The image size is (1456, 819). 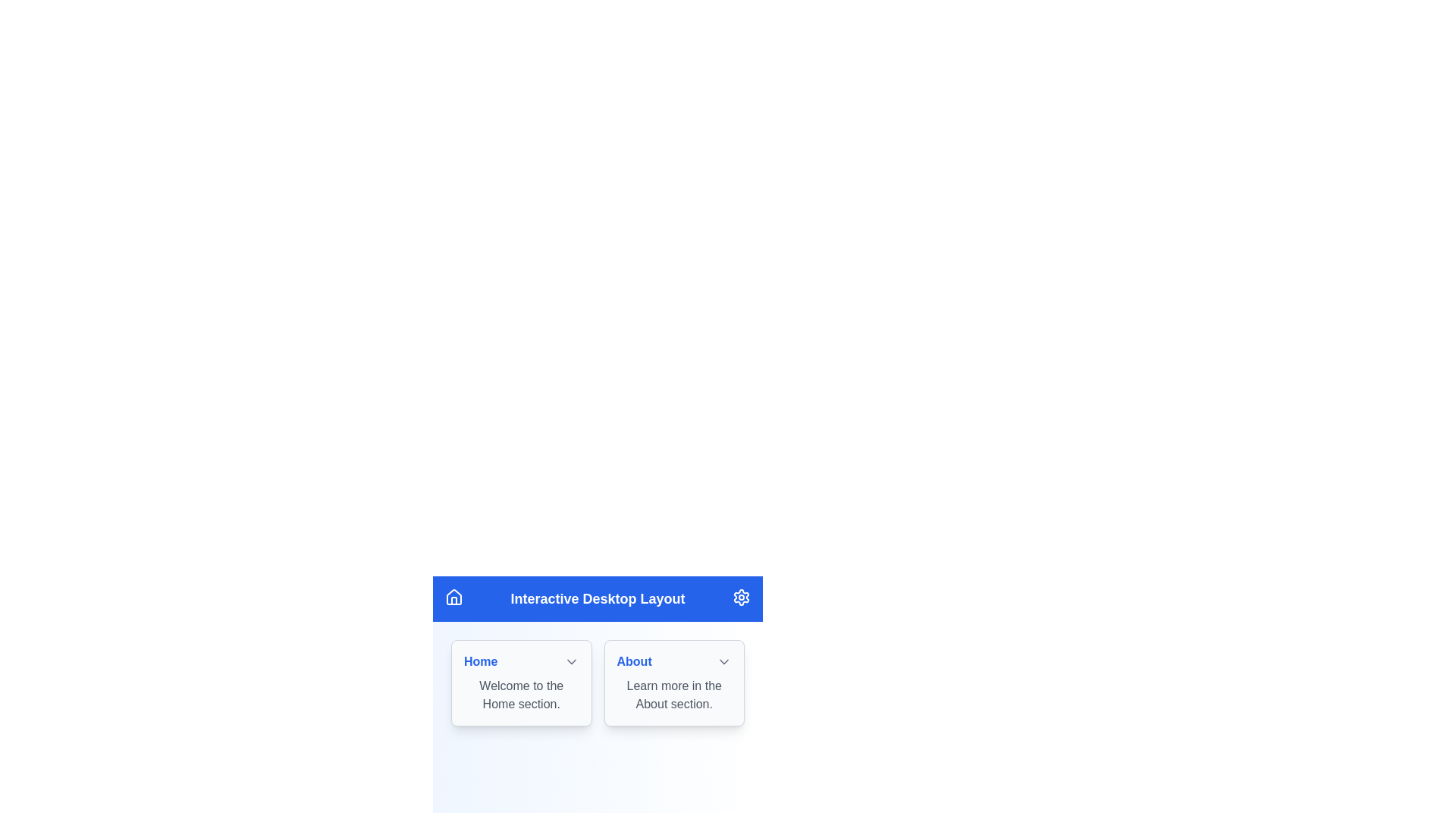 What do you see at coordinates (453, 595) in the screenshot?
I see `the house icon in the blue navigation bar located at the top-left corner of the interface` at bounding box center [453, 595].